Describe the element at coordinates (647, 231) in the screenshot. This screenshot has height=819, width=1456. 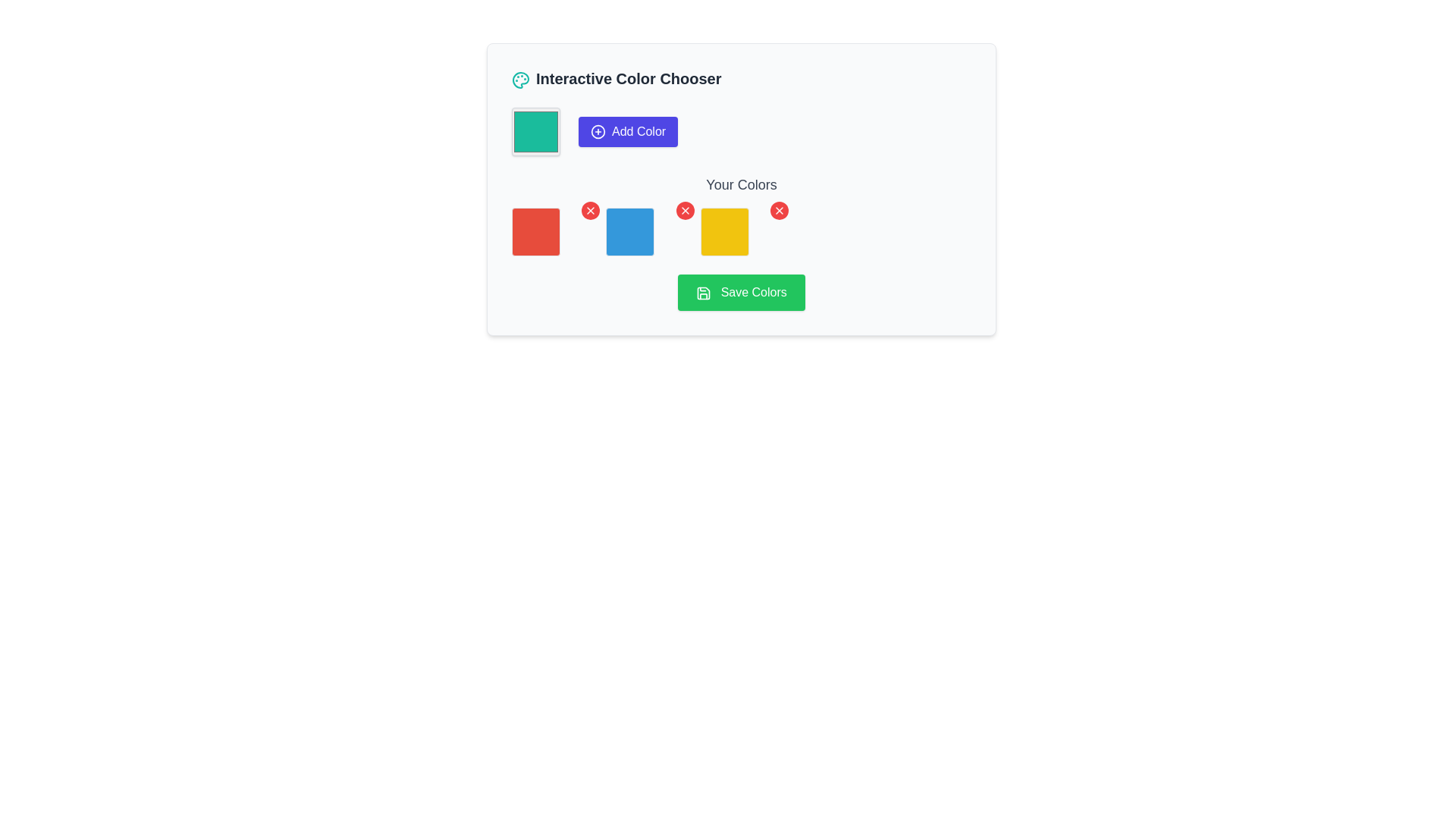
I see `the bright blue square color display with rounded corners, located in the third position of a horizontal grid layout beneath the label 'Your Colors'` at that location.